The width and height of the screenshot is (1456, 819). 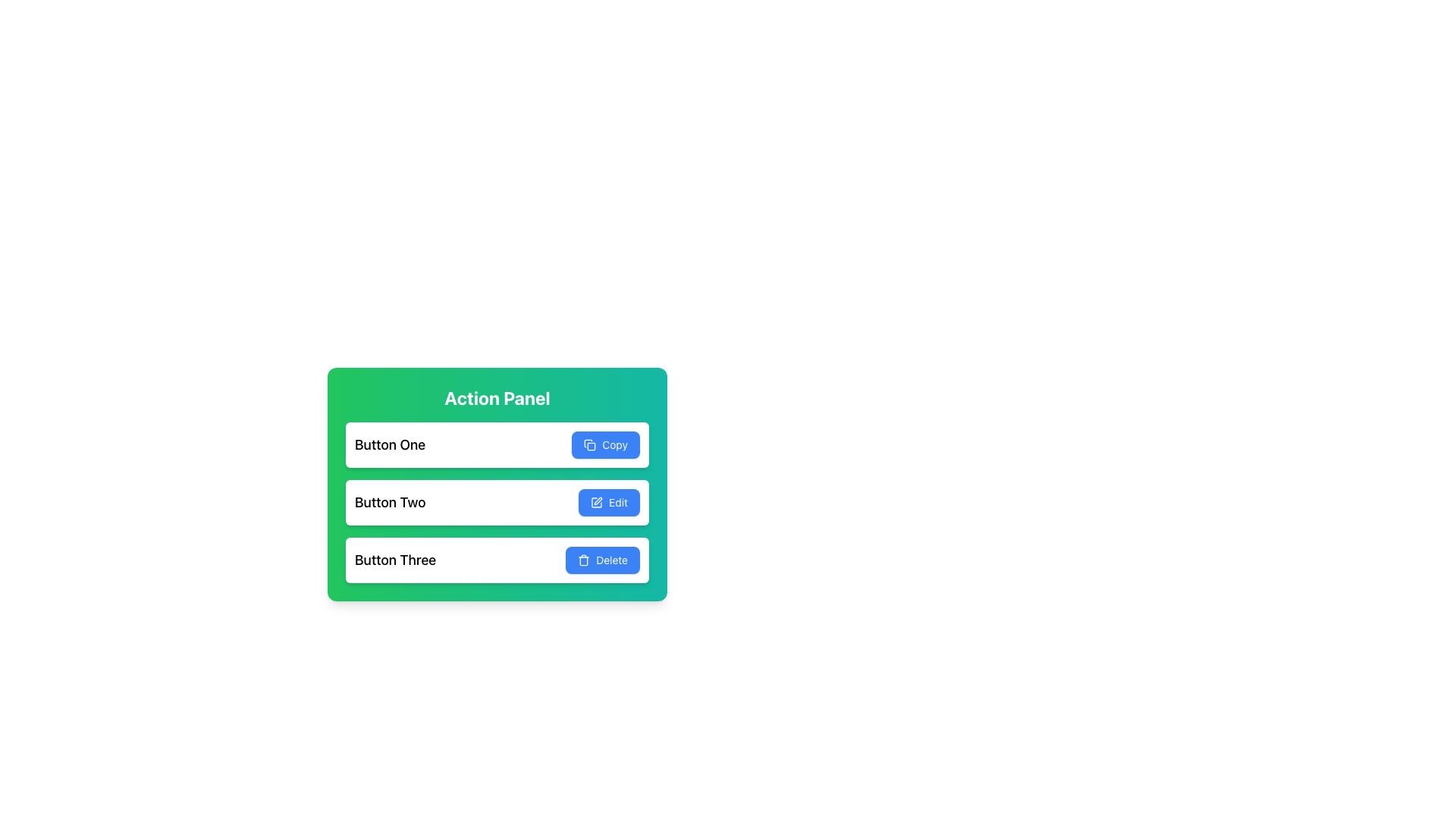 I want to click on the 'Delete' text label within the blue button, which is the third button in the vertical stack of action buttons in the green 'Action Panel', to invoke its delete action, so click(x=612, y=560).